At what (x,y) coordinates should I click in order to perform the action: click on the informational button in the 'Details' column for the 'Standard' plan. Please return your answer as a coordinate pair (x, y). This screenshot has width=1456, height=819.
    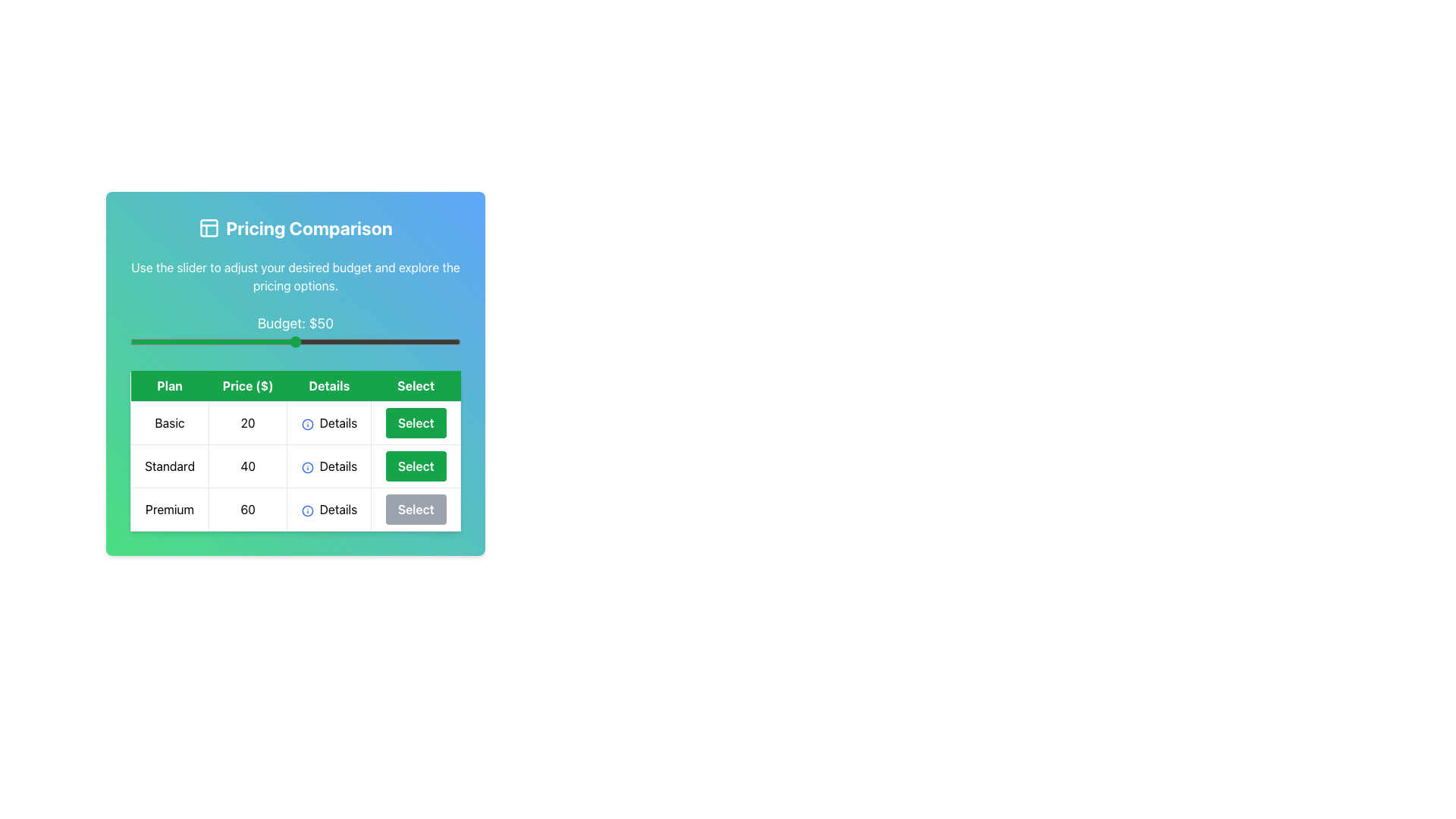
    Looking at the image, I should click on (328, 465).